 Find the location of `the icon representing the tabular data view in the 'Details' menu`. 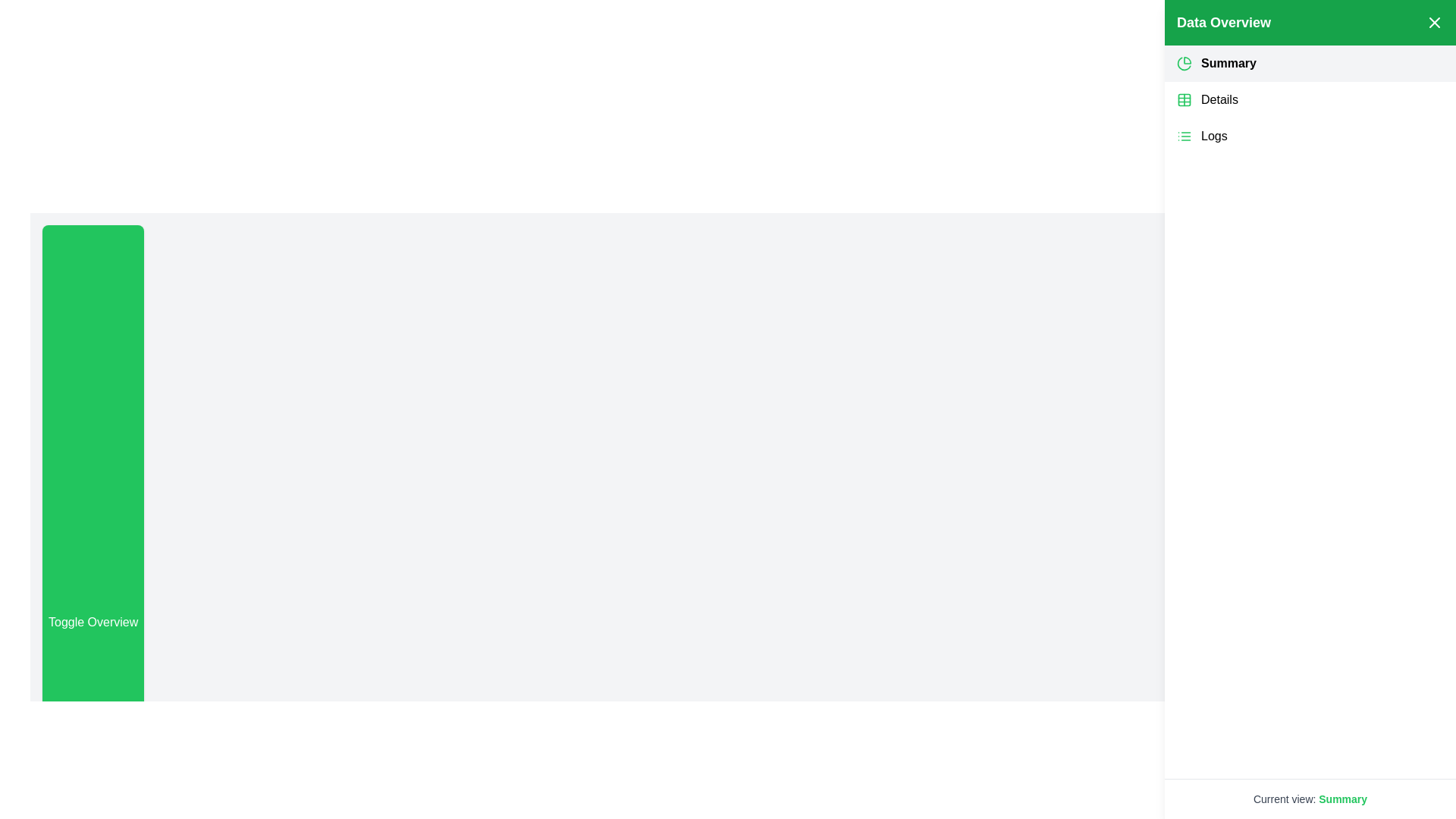

the icon representing the tabular data view in the 'Details' menu is located at coordinates (1183, 99).